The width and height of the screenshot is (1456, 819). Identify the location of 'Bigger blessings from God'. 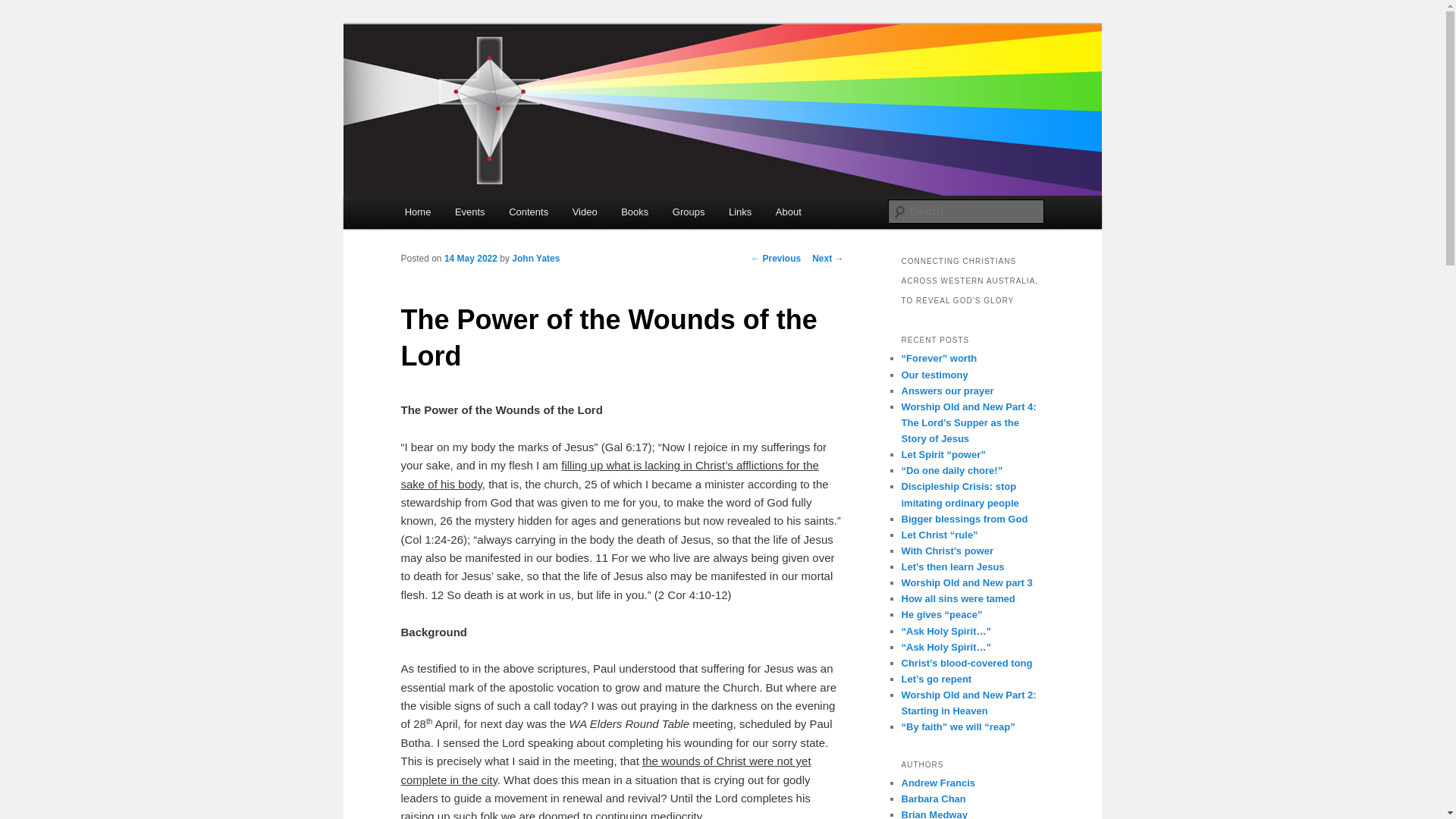
(963, 518).